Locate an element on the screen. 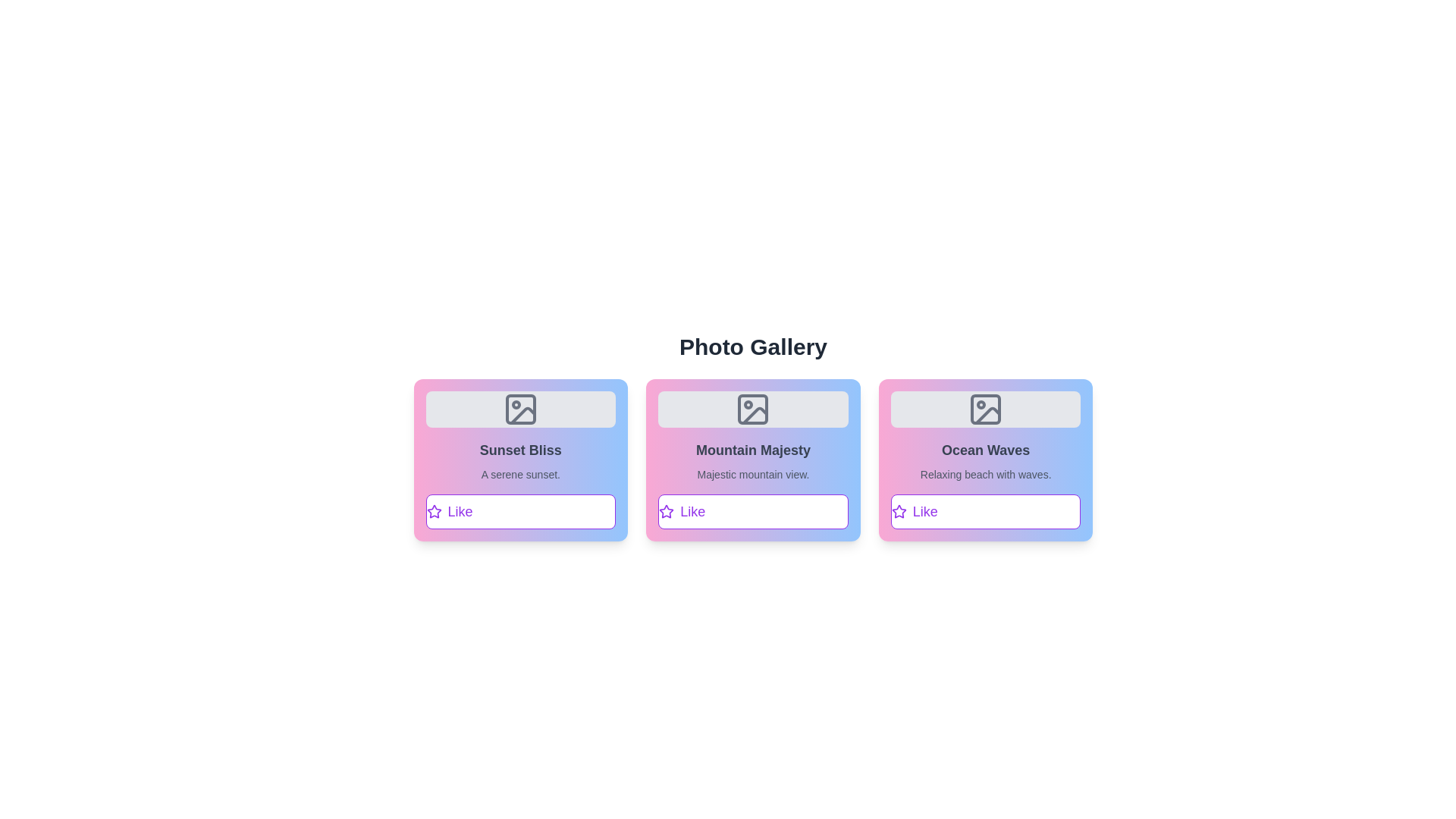 The height and width of the screenshot is (819, 1456). 'Like' button for the photo titled 'Sunset Bliss' is located at coordinates (520, 512).